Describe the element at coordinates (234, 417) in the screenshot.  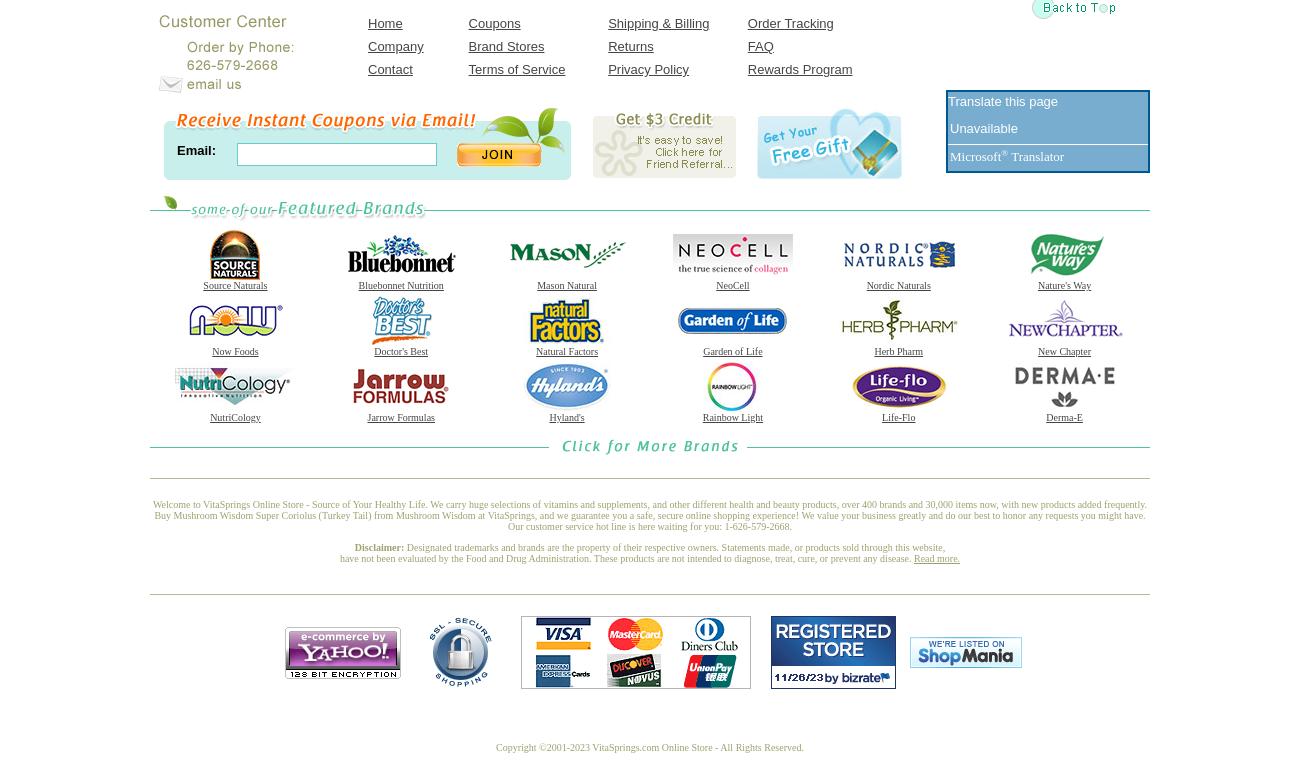
I see `'NutriCology'` at that location.